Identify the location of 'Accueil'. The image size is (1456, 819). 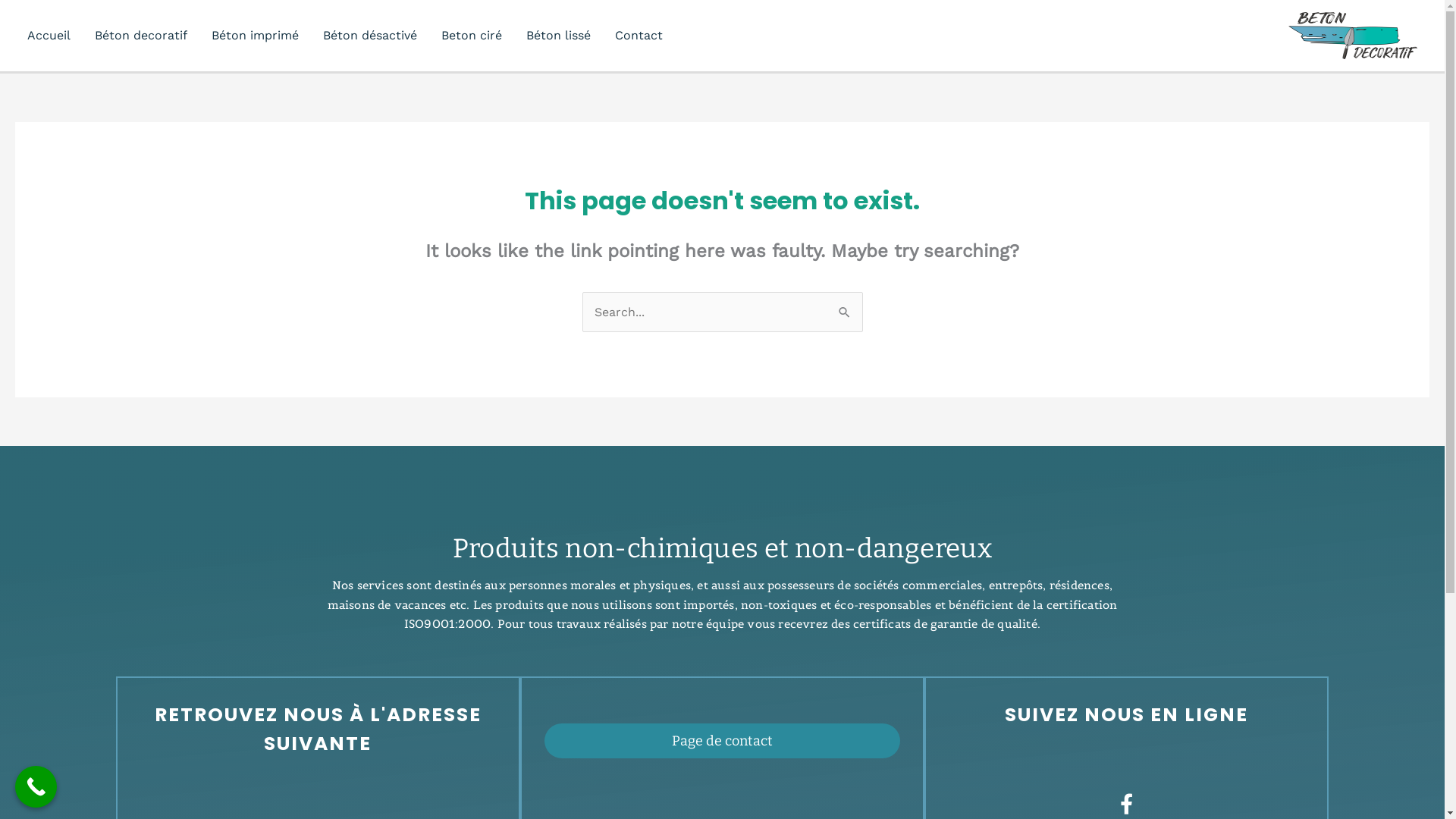
(49, 34).